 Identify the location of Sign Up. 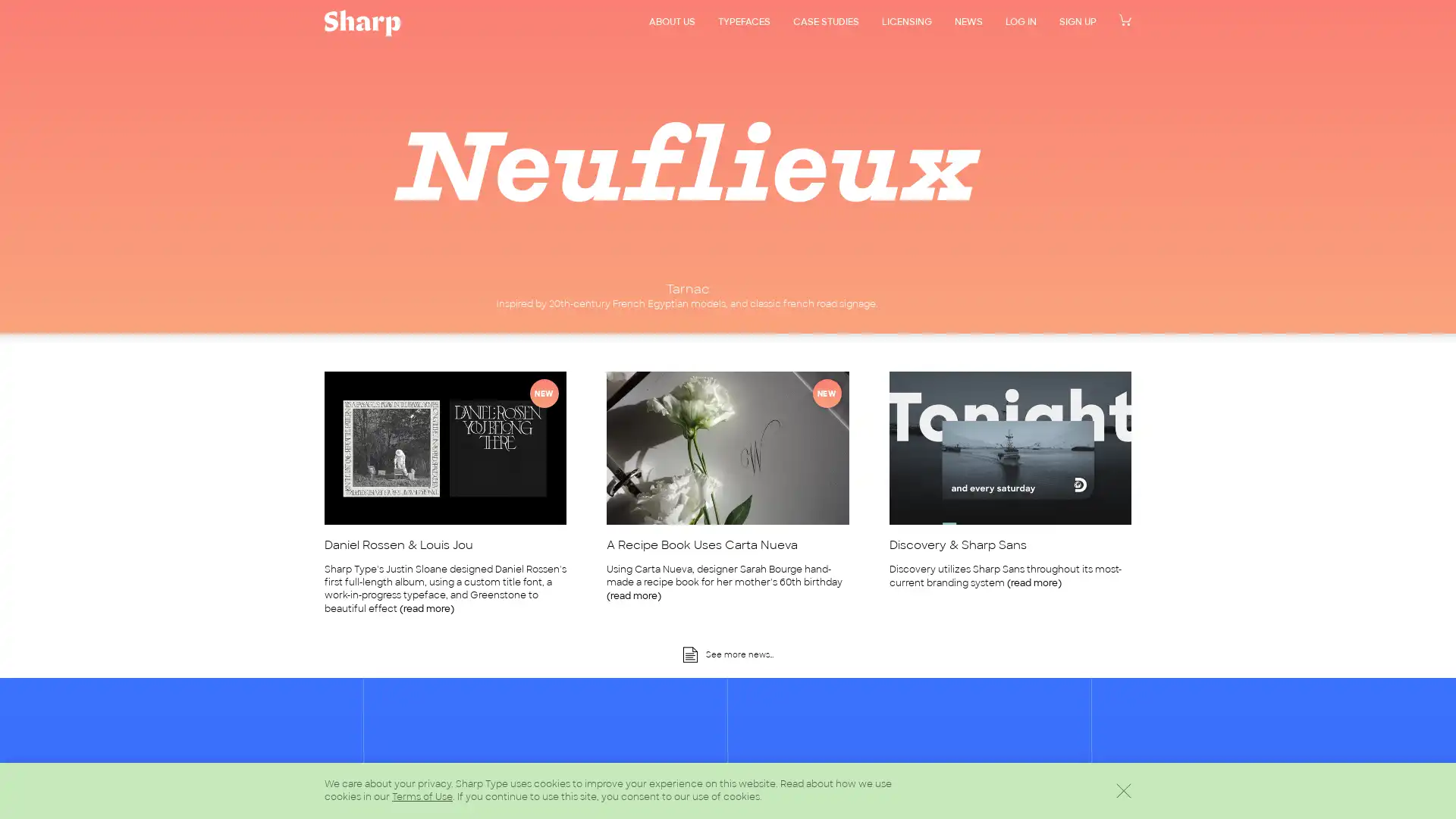
(1397, 739).